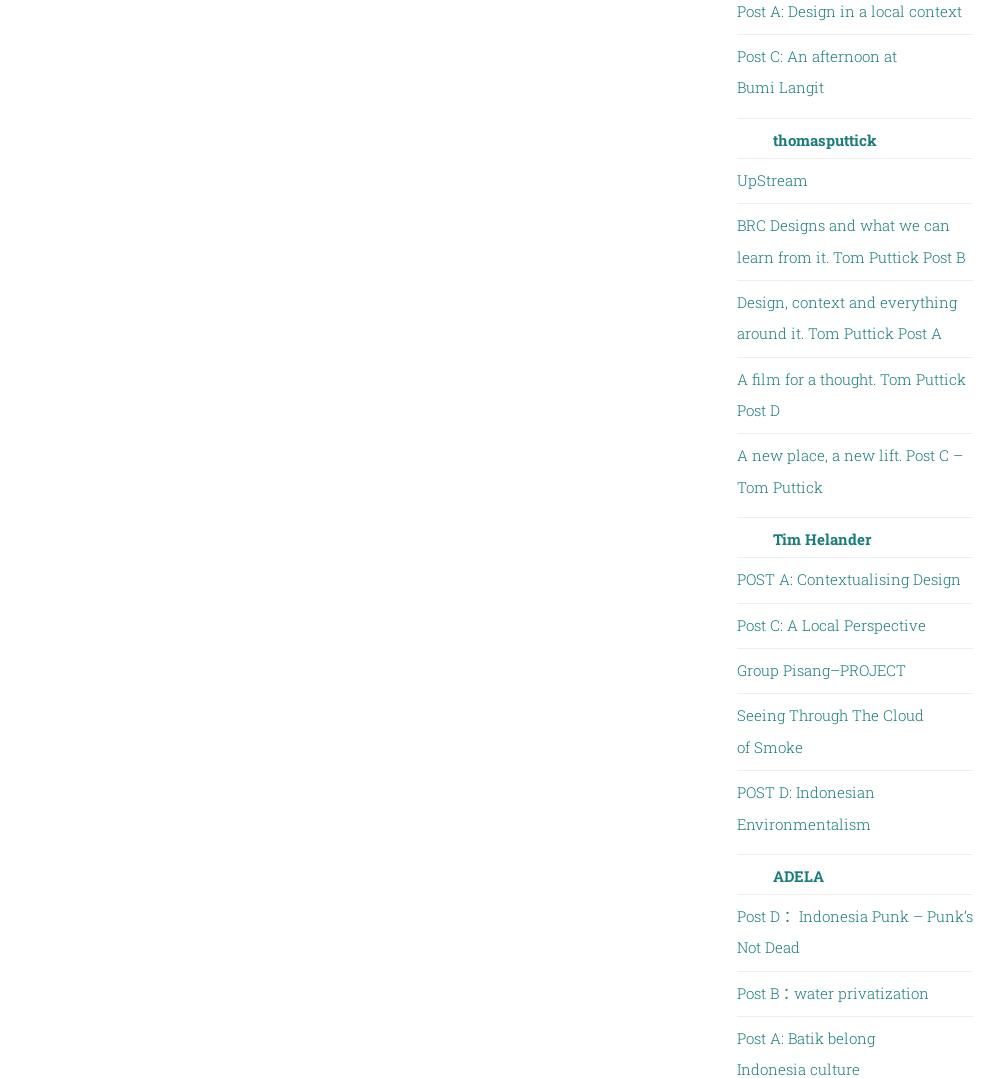 The width and height of the screenshot is (1000, 1078). Describe the element at coordinates (819, 669) in the screenshot. I see `'Group Pisang–PROJECT'` at that location.